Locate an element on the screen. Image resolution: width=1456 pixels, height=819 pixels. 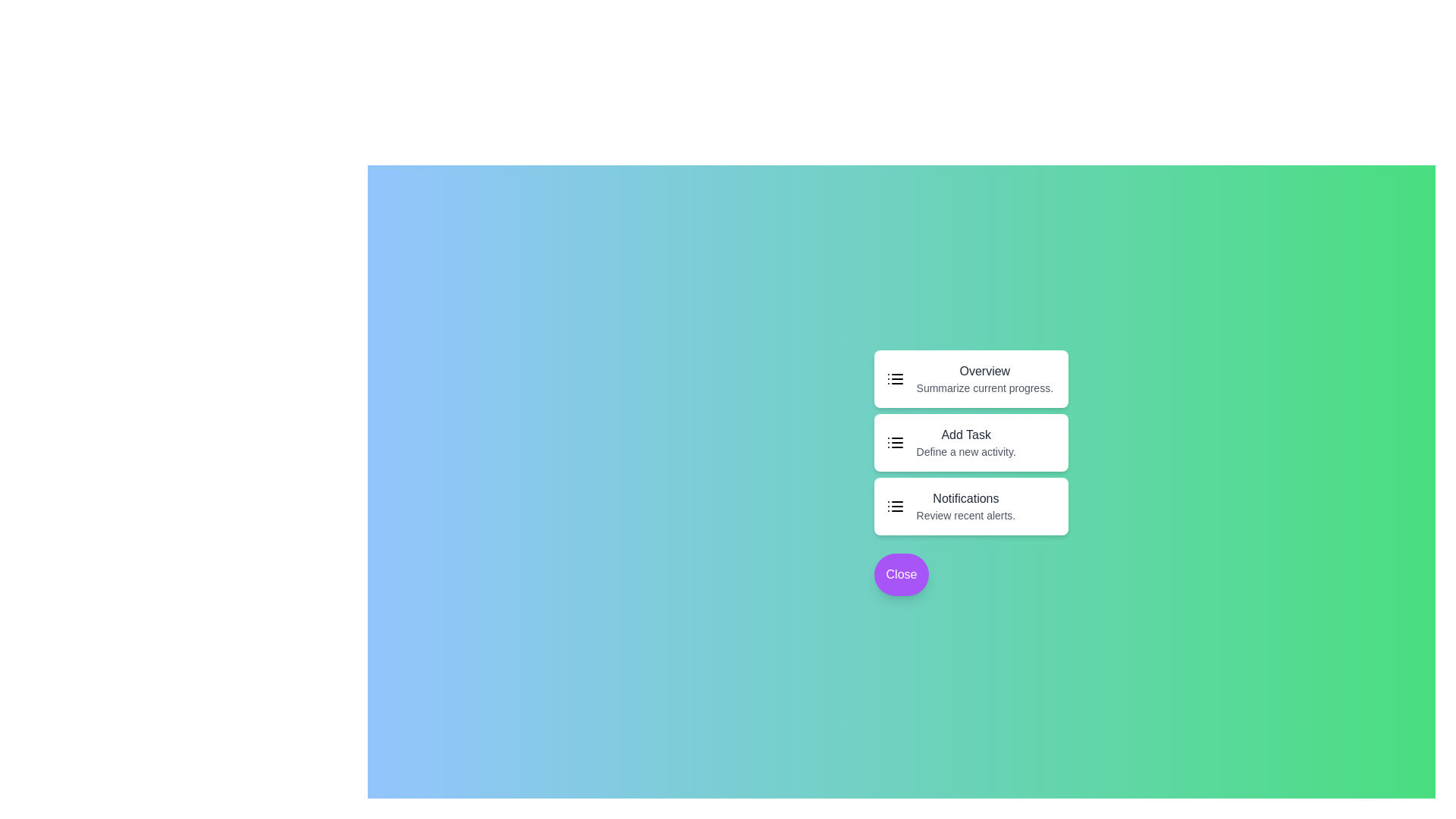
the 'Notifications' task option to review recent alerts is located at coordinates (971, 506).